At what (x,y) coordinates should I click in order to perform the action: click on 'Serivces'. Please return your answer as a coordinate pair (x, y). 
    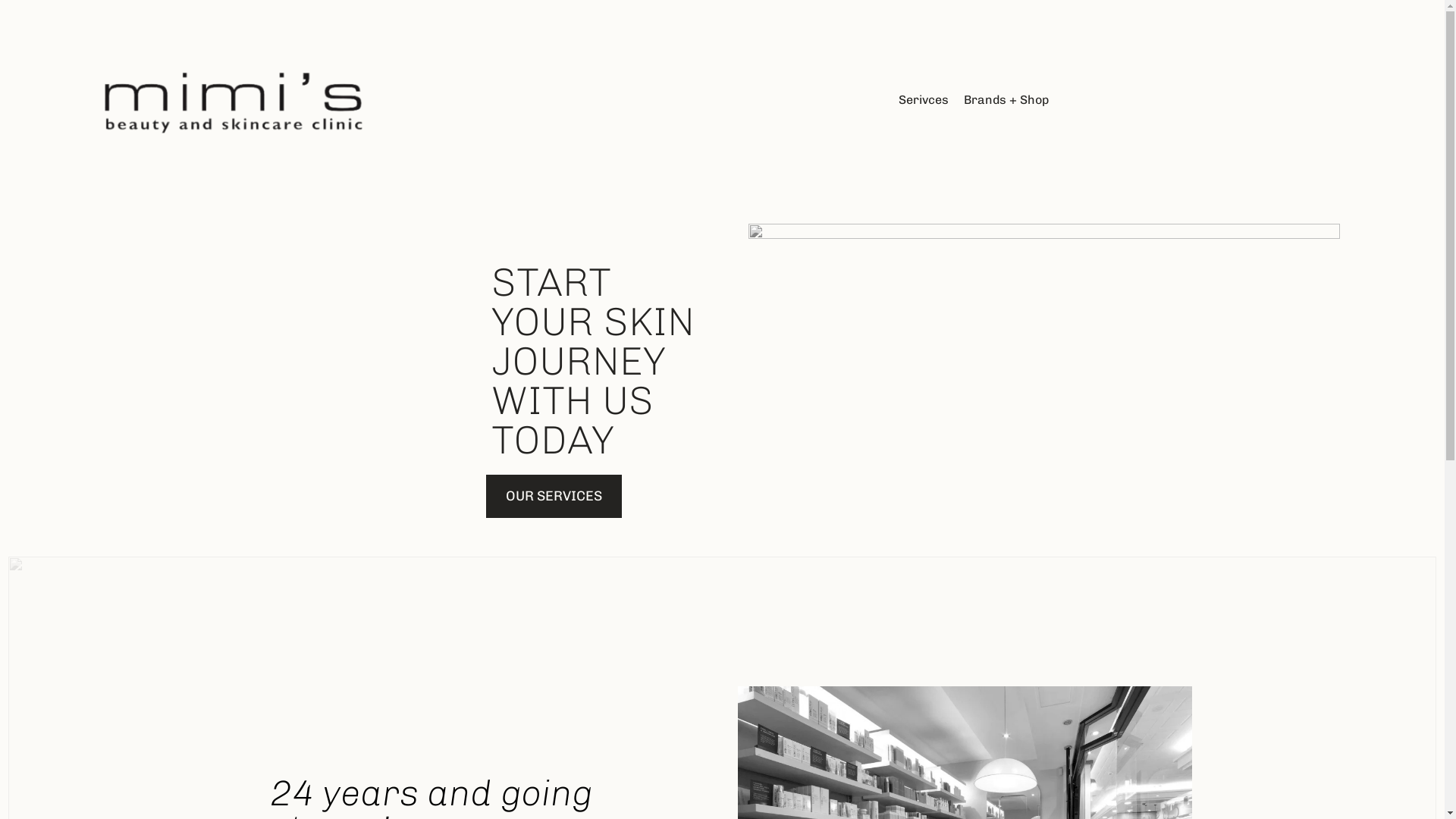
    Looking at the image, I should click on (923, 99).